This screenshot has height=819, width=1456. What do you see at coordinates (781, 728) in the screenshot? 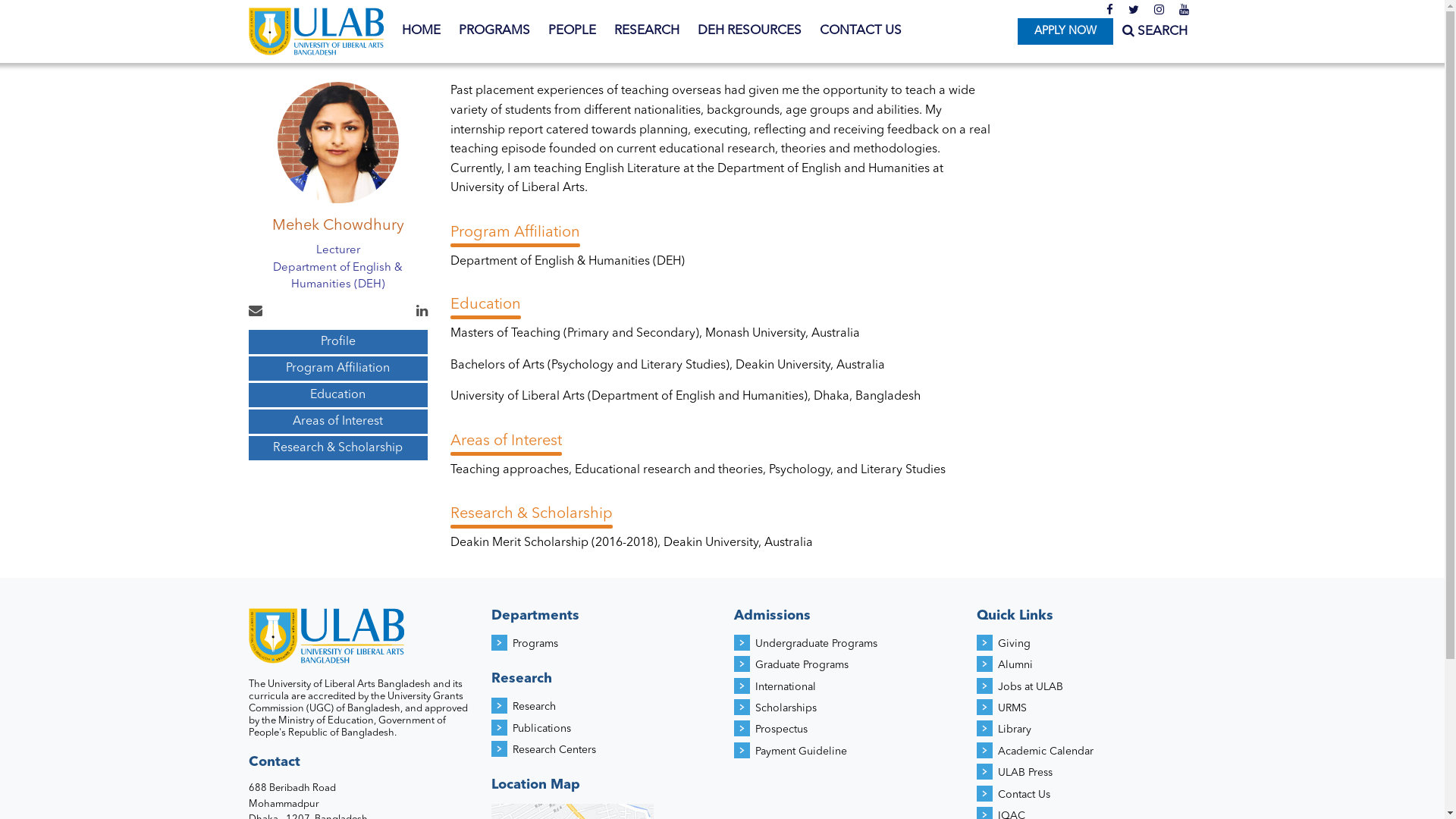
I see `'Prospectus'` at bounding box center [781, 728].